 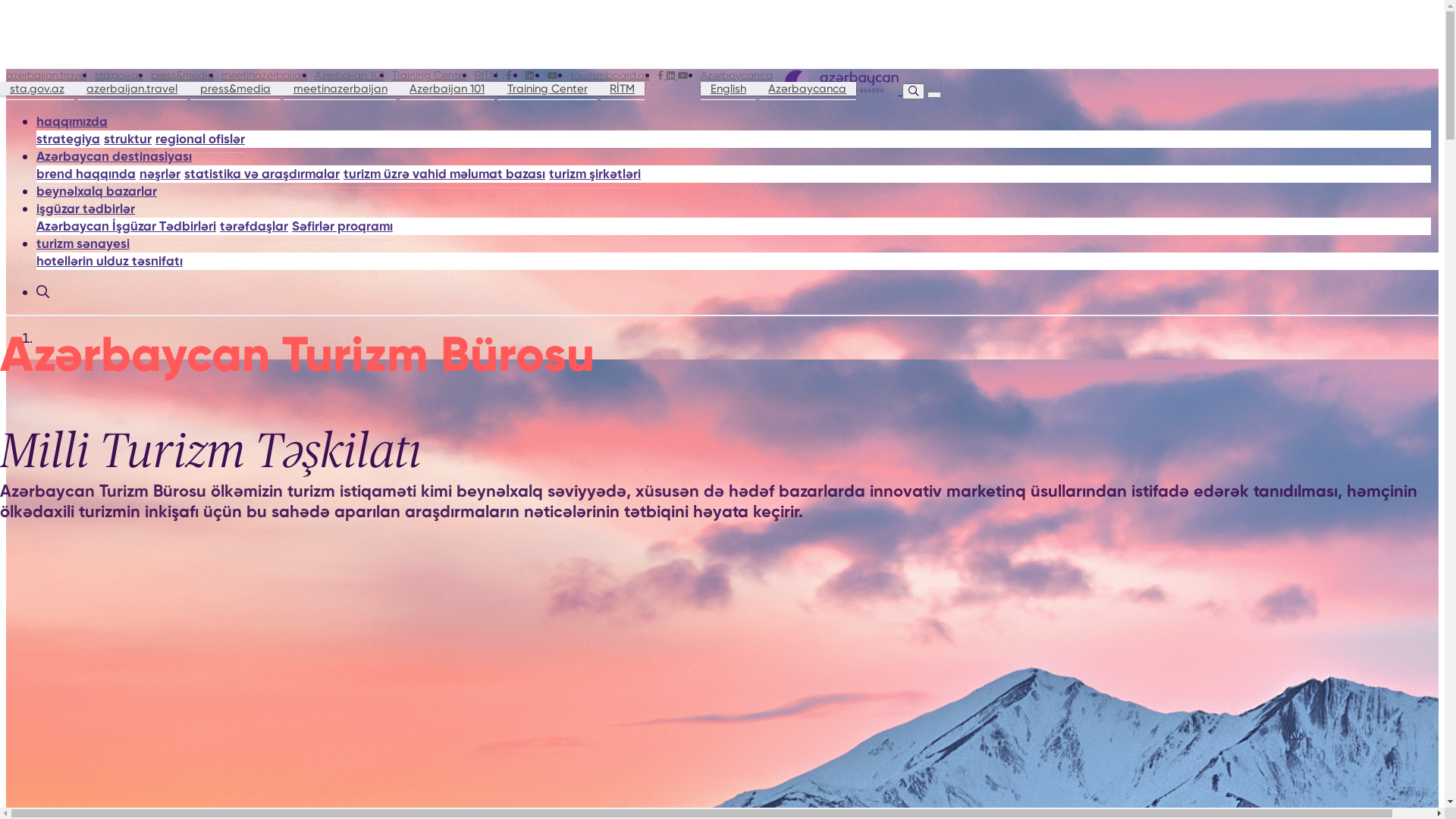 I want to click on 'Azerbaijan 101', so click(x=446, y=89).